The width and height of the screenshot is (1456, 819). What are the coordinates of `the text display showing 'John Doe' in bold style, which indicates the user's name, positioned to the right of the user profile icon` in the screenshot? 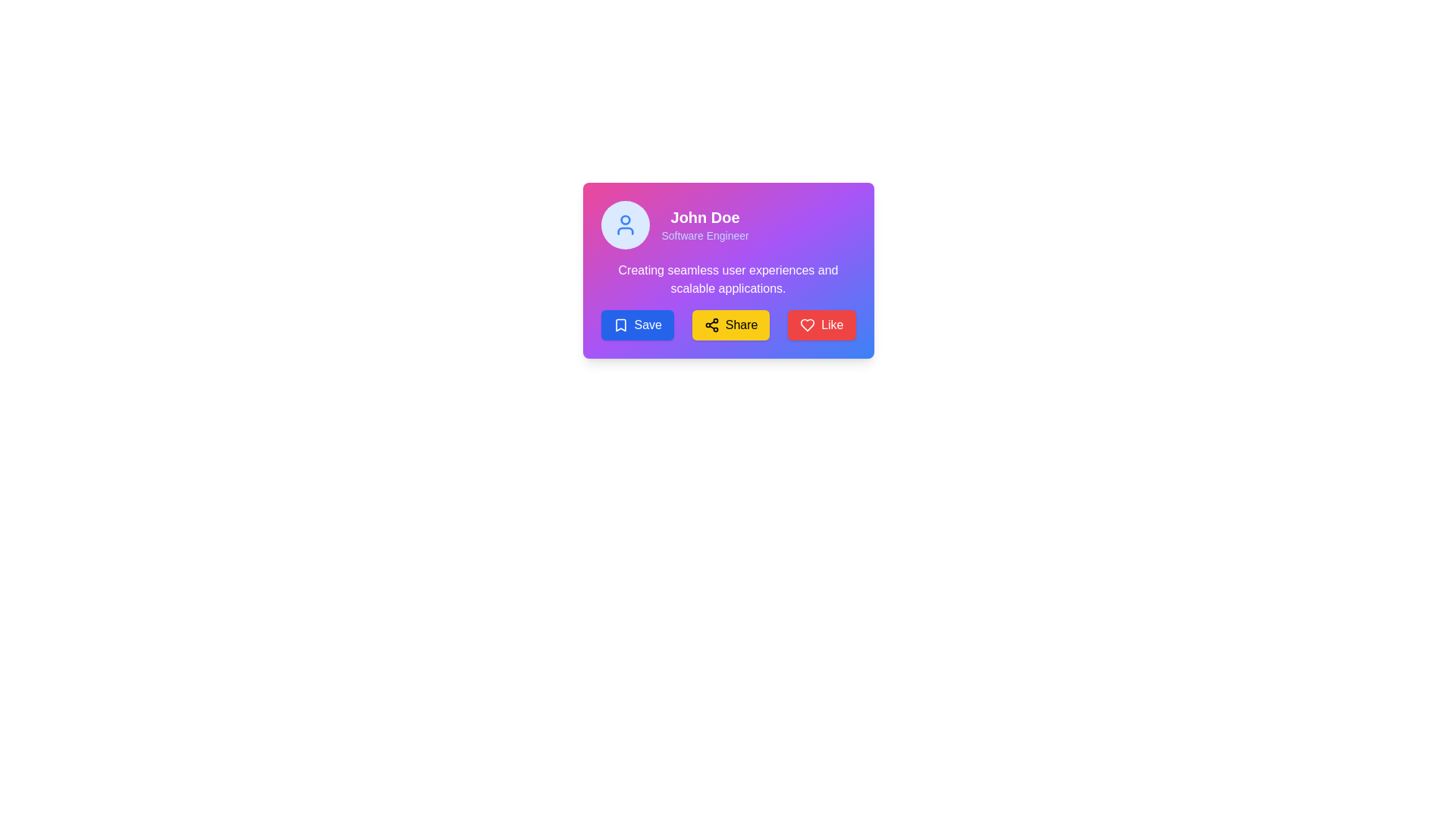 It's located at (728, 225).